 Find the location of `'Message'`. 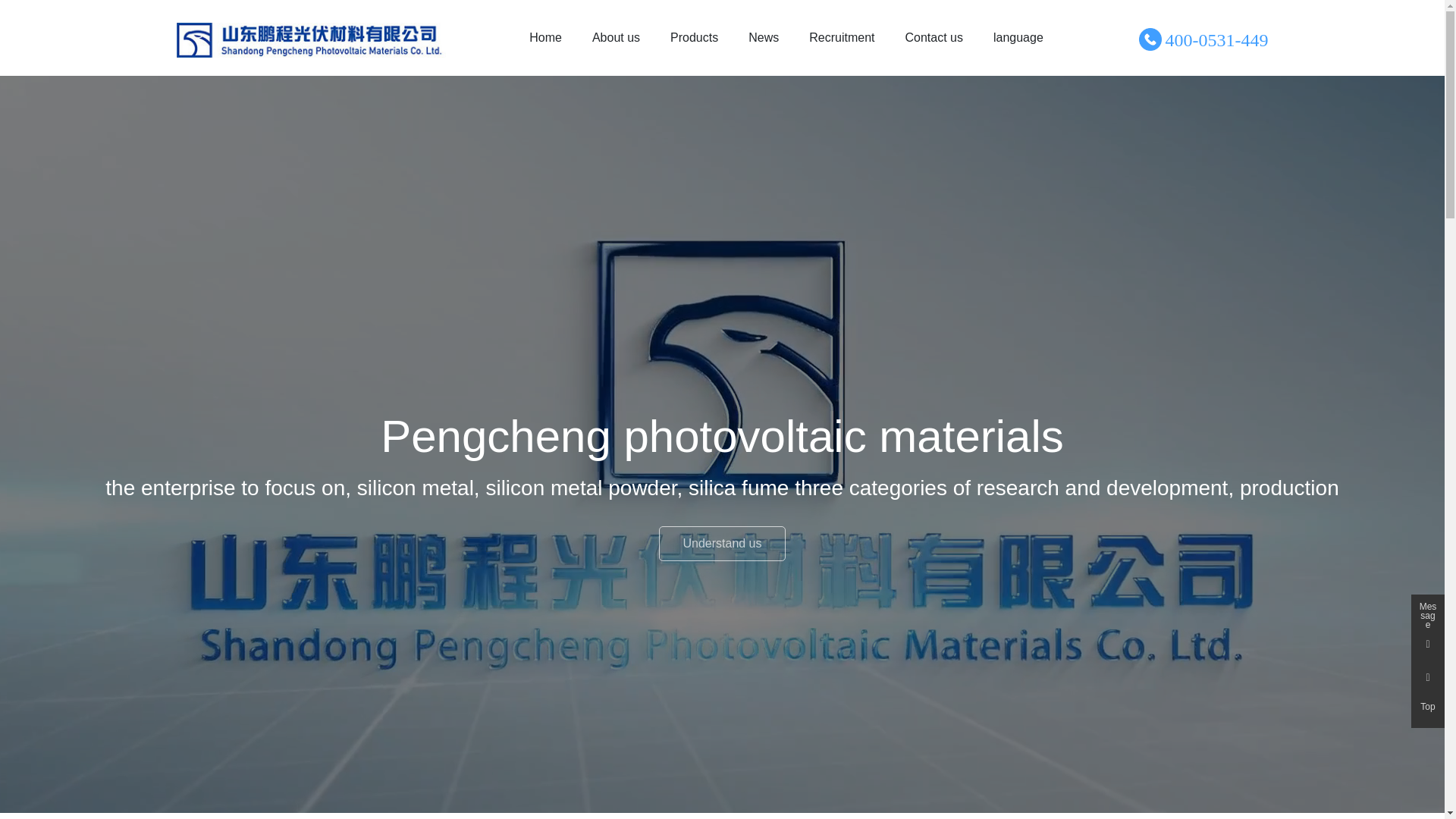

'Message' is located at coordinates (1426, 610).